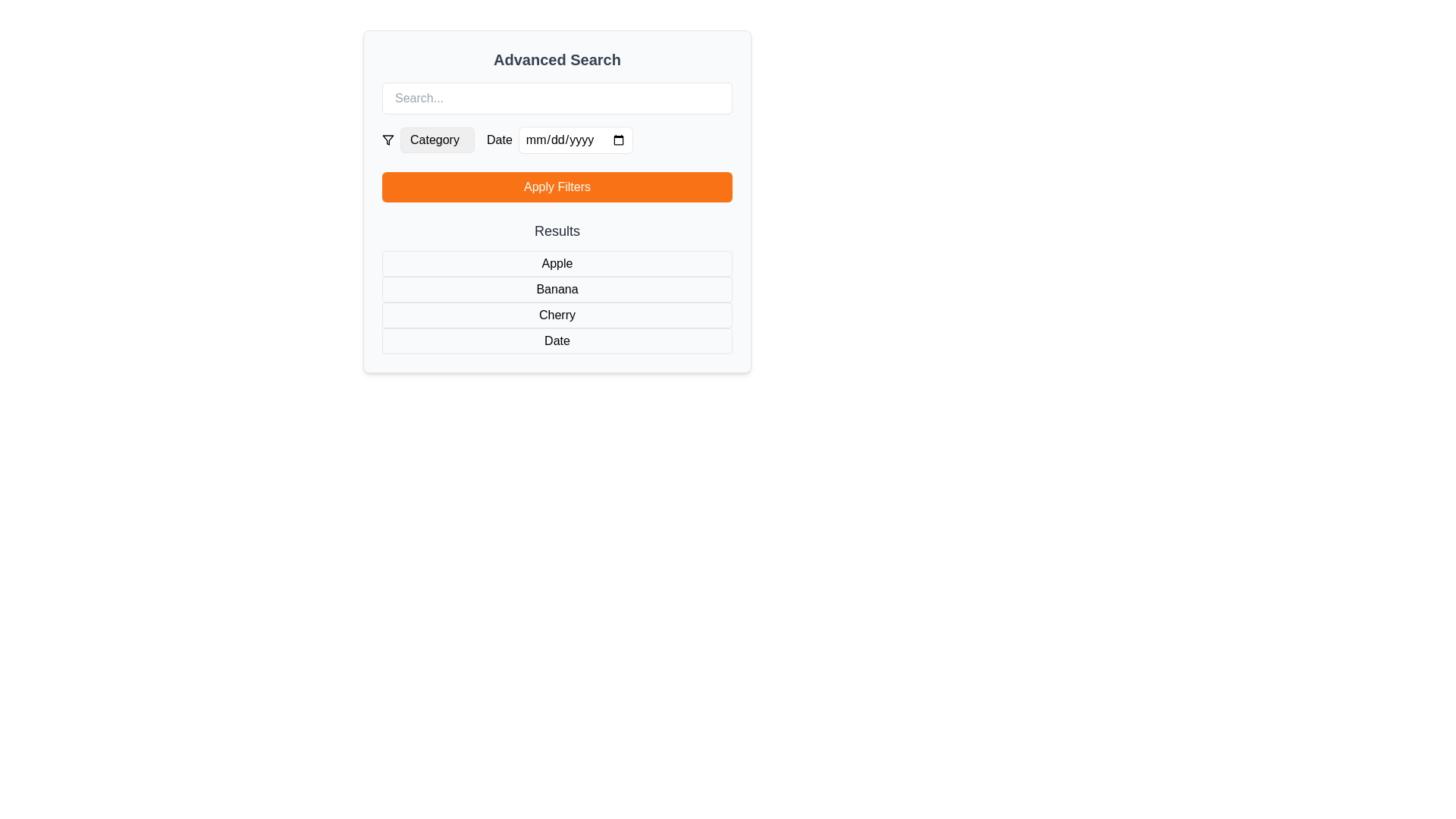 The height and width of the screenshot is (819, 1456). Describe the element at coordinates (556, 341) in the screenshot. I see `the fourth item in the list of results labeled 'Results', which is a Button-like text element and is the last item following 'Apple', 'Banana', and 'Cherry'` at that location.